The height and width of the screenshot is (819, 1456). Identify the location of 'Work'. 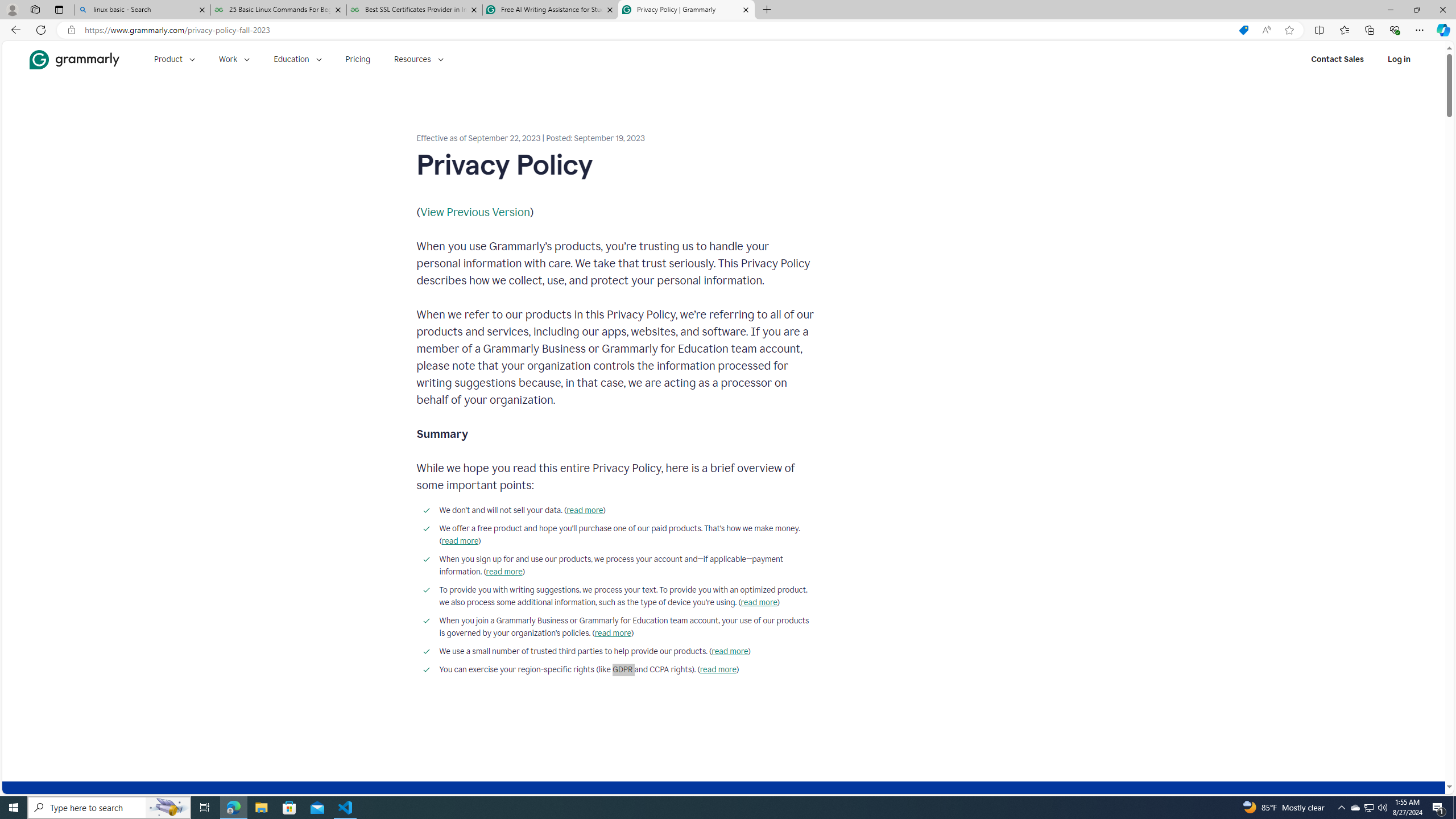
(234, 59).